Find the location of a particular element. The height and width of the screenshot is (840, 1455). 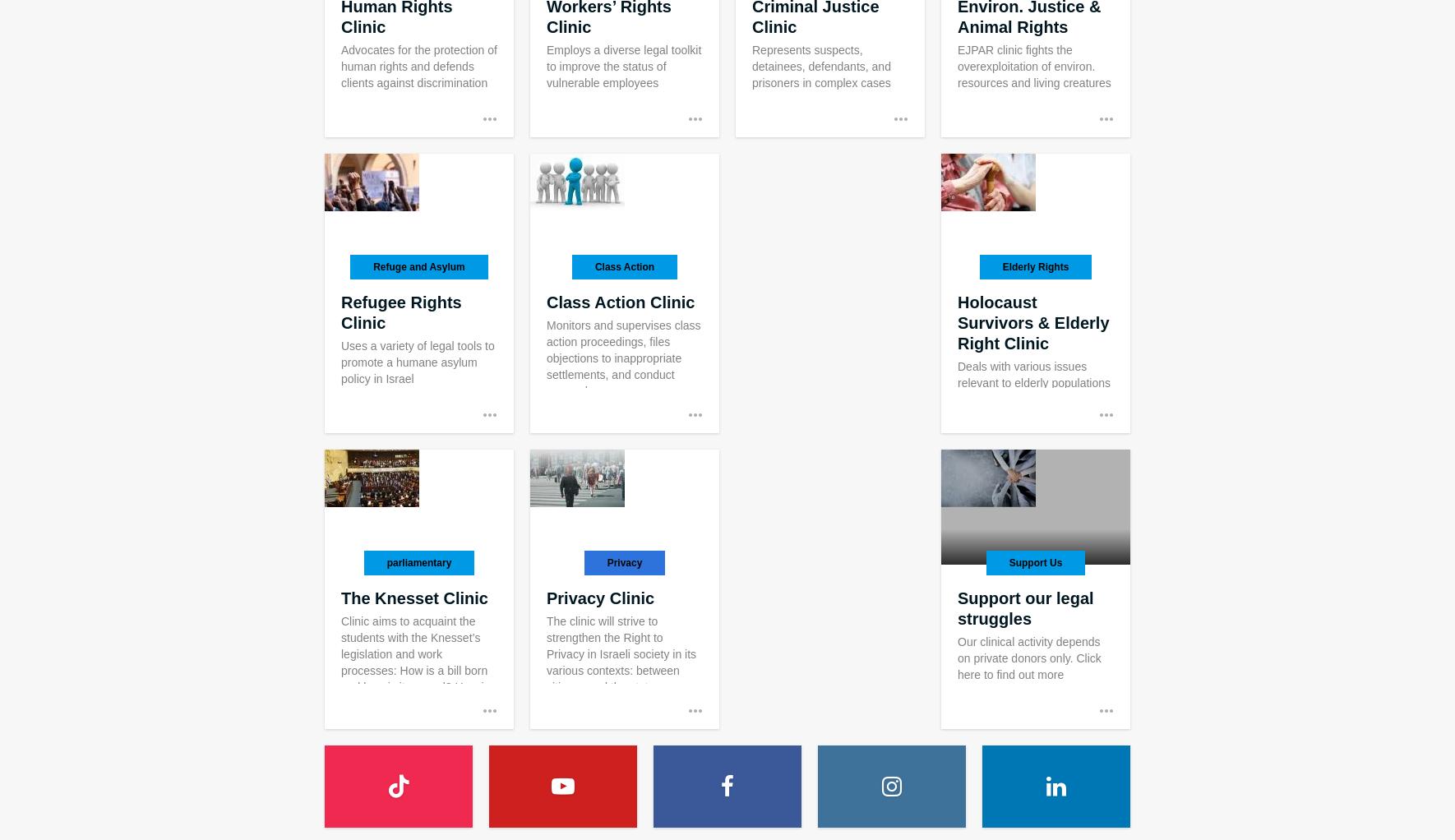

'Represents suspects, detainees, defendants, and prisoners in complex cases' is located at coordinates (751, 66).